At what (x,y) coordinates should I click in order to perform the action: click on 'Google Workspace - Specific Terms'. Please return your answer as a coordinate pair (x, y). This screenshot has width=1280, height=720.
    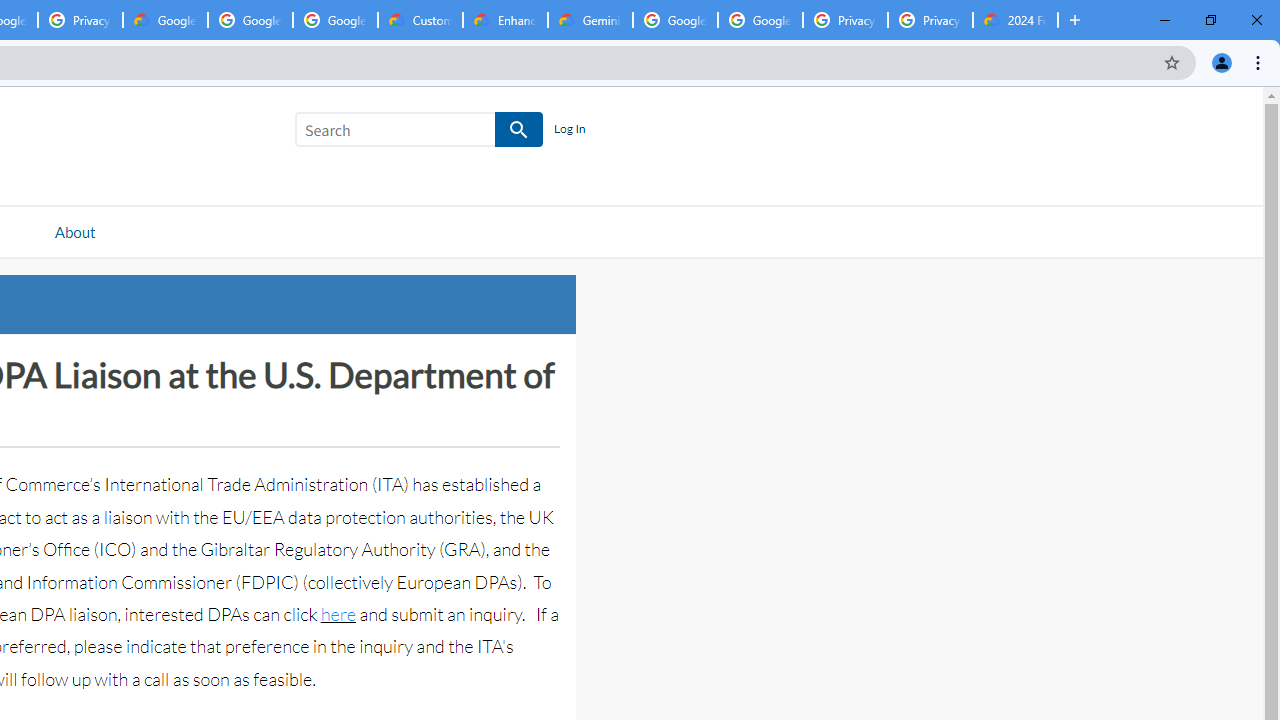
    Looking at the image, I should click on (249, 20).